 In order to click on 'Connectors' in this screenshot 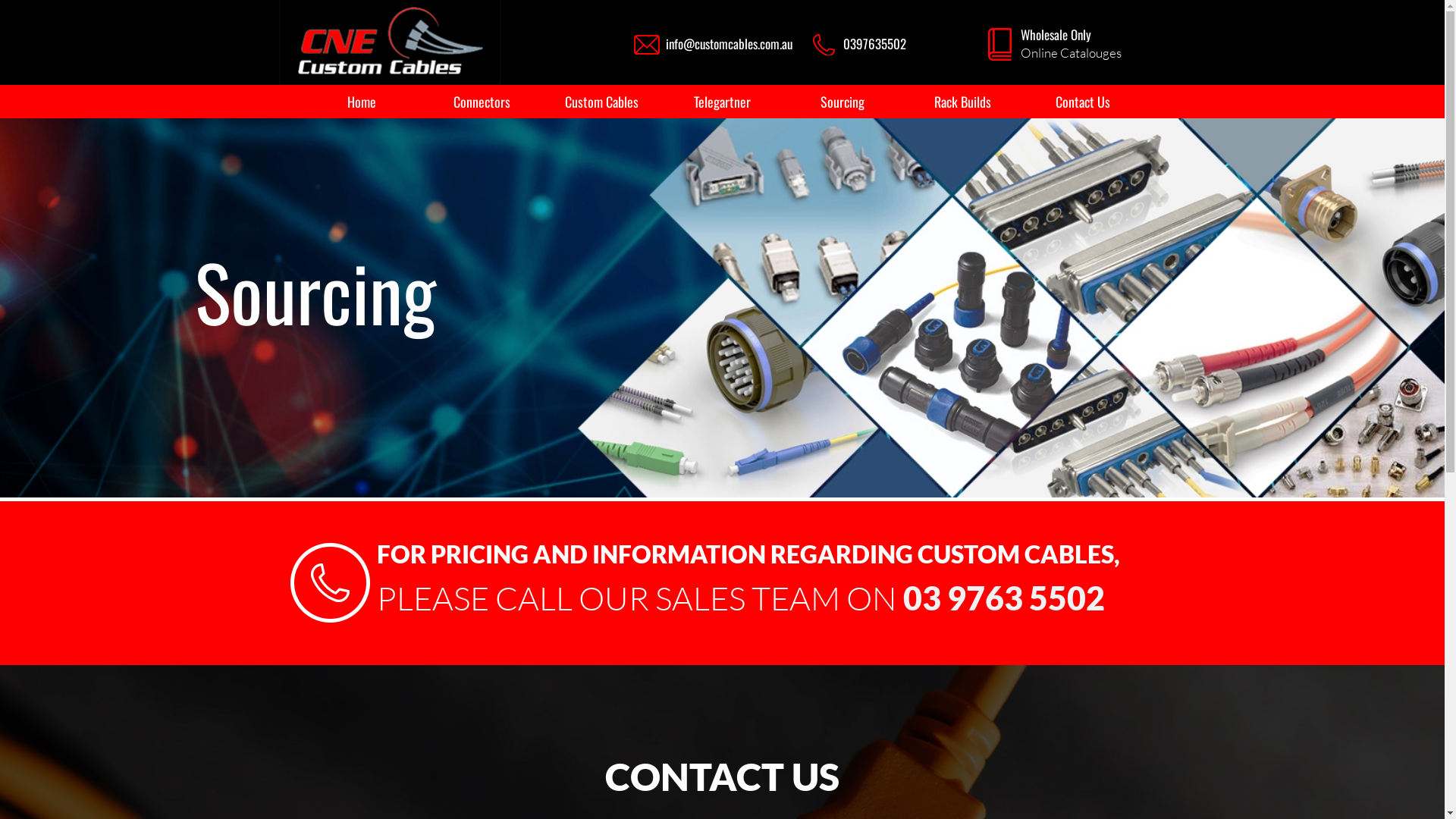, I will do `click(481, 102)`.